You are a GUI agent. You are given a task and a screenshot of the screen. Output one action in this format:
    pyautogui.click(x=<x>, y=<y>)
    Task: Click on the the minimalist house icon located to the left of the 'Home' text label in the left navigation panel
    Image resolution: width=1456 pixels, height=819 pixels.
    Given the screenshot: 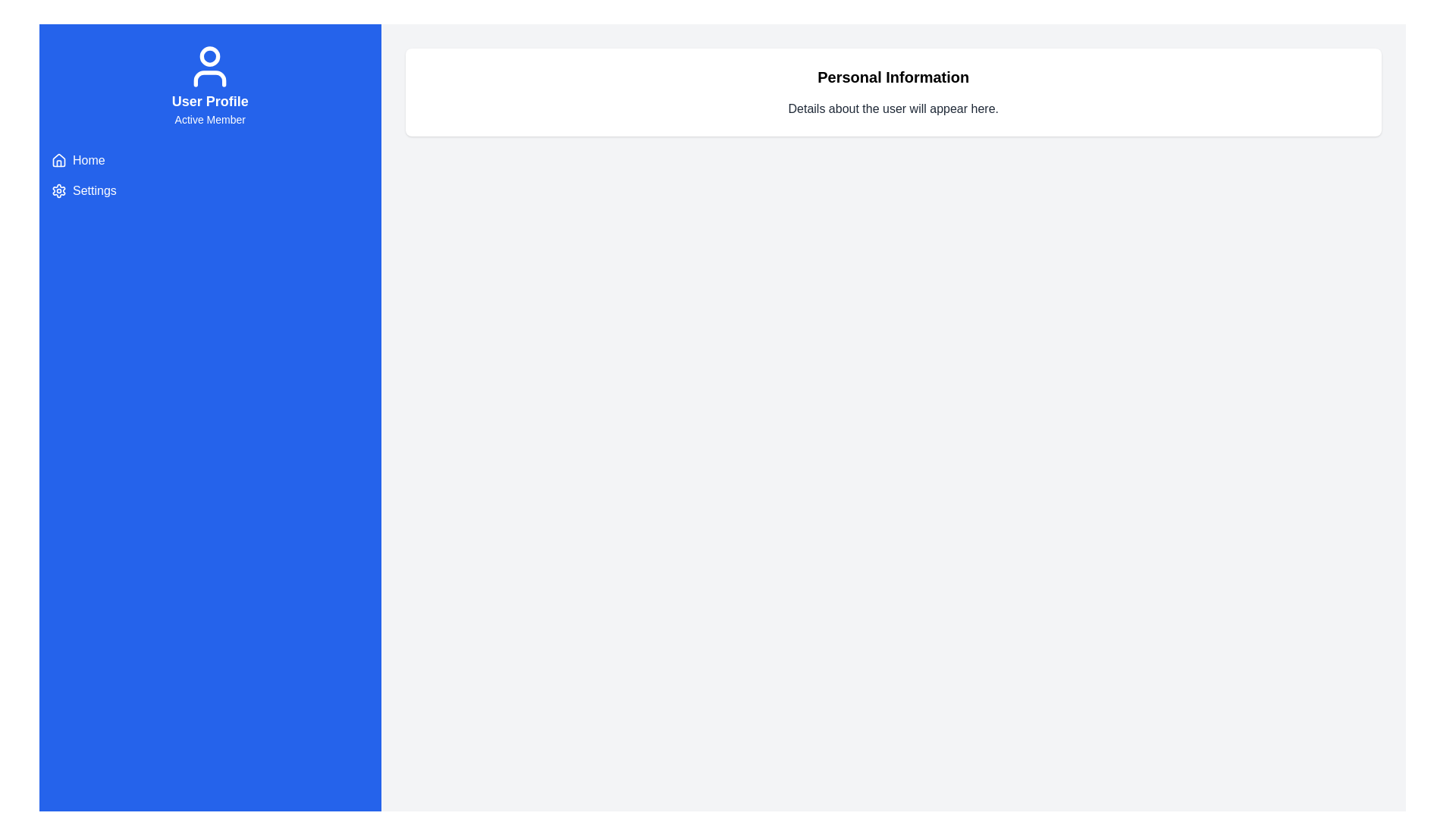 What is the action you would take?
    pyautogui.click(x=58, y=161)
    